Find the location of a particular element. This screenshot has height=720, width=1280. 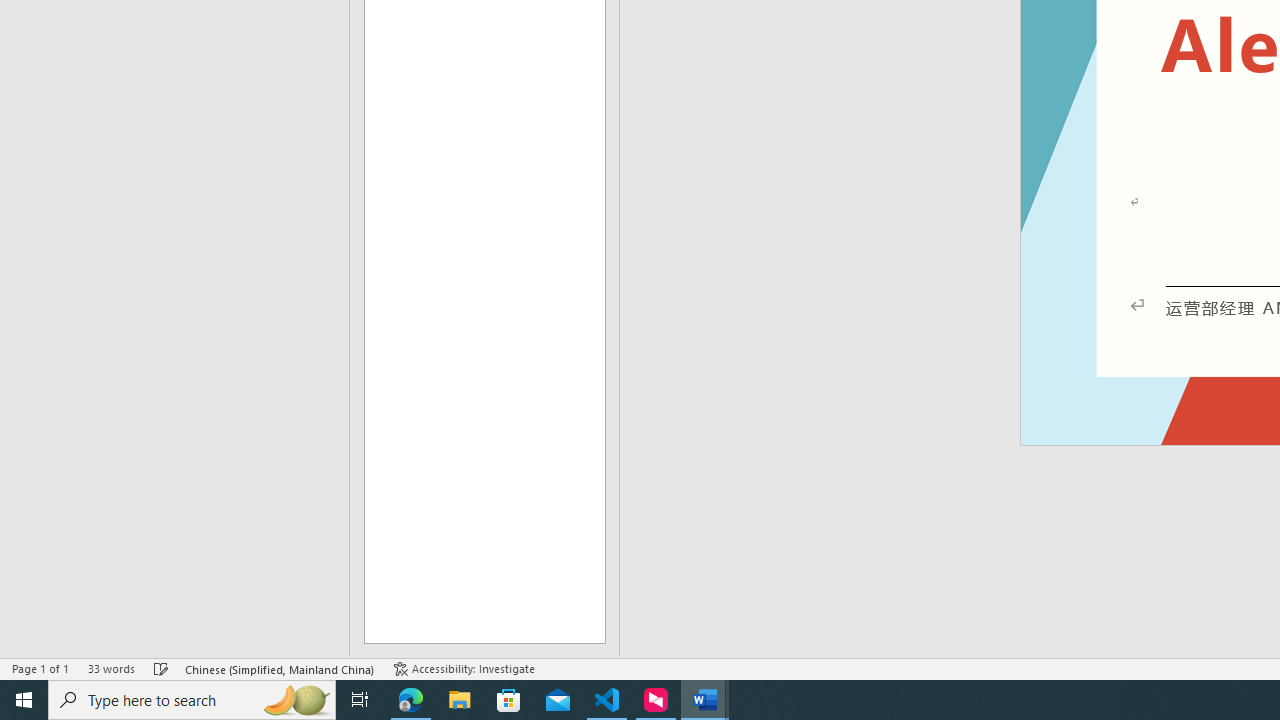

'Spelling and Grammar Check Checking' is located at coordinates (161, 669).